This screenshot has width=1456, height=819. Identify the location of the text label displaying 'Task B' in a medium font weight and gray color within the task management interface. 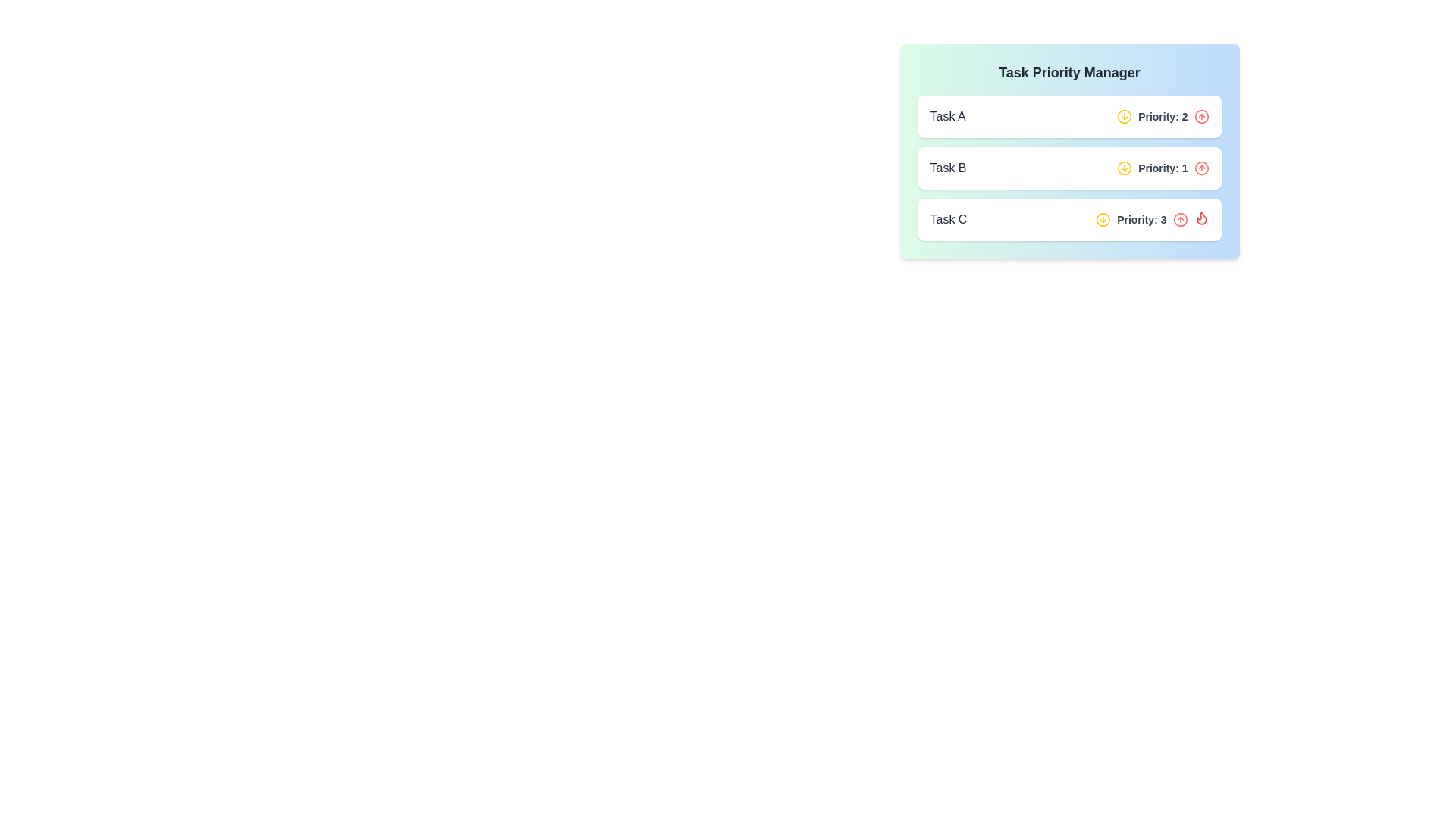
(947, 168).